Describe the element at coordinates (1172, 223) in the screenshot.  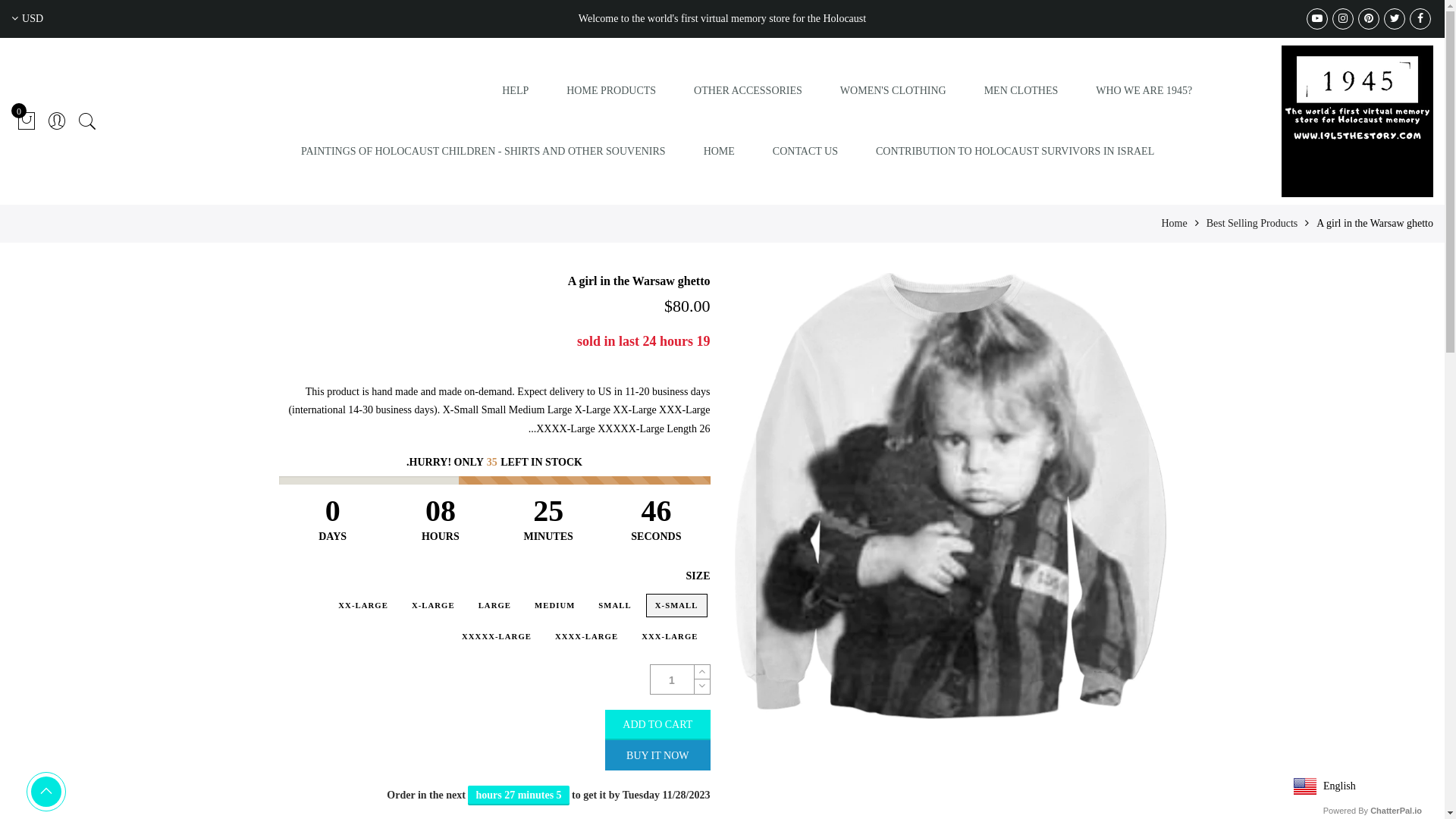
I see `'Home'` at that location.